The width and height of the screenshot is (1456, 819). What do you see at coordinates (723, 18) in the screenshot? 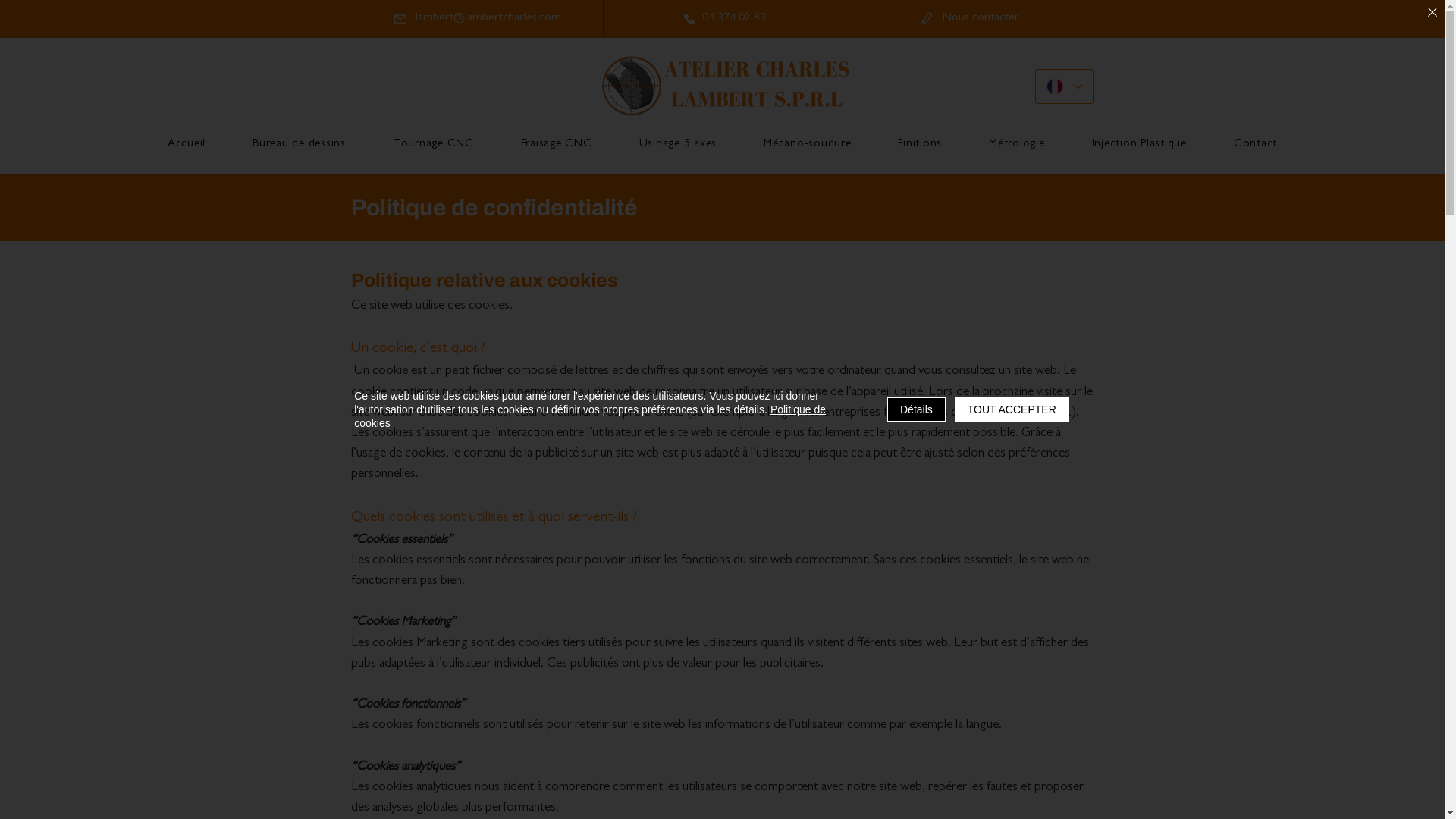
I see `'04 374 02 83'` at bounding box center [723, 18].